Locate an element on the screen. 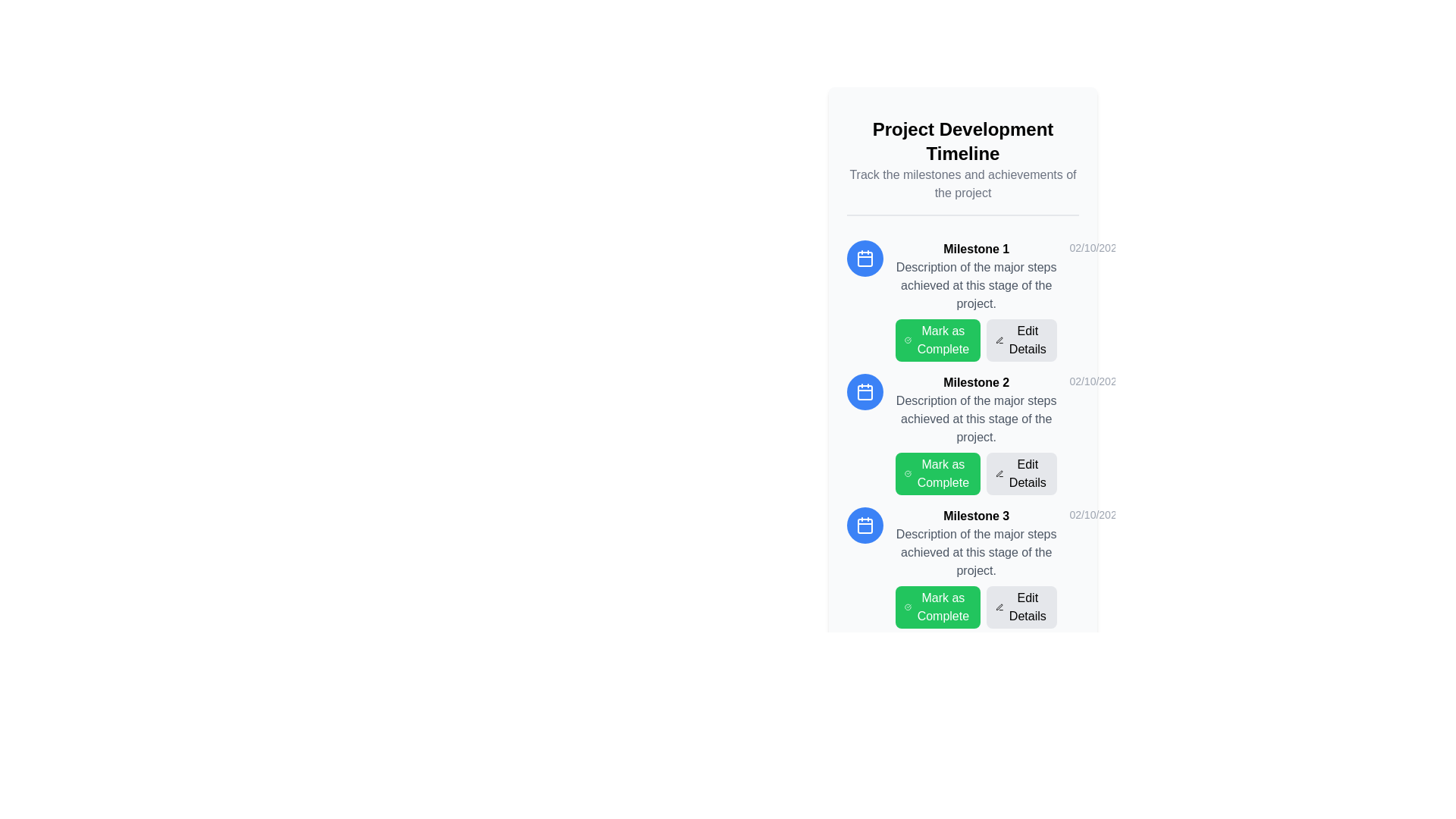 The image size is (1456, 819). the descriptive subtitle element located directly below the 'Project Development Timeline' title in the header section is located at coordinates (962, 184).